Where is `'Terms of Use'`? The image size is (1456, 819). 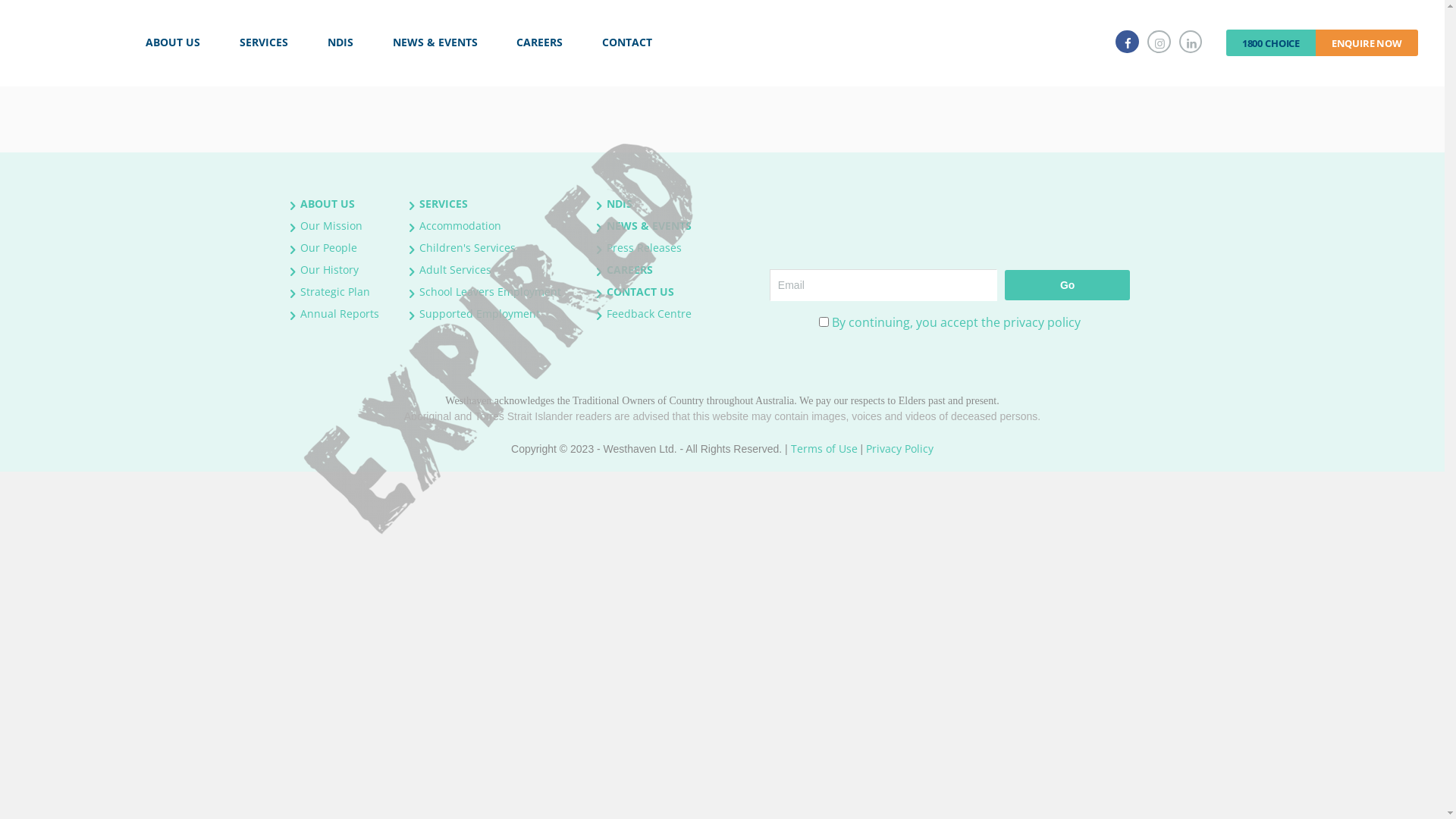 'Terms of Use' is located at coordinates (823, 447).